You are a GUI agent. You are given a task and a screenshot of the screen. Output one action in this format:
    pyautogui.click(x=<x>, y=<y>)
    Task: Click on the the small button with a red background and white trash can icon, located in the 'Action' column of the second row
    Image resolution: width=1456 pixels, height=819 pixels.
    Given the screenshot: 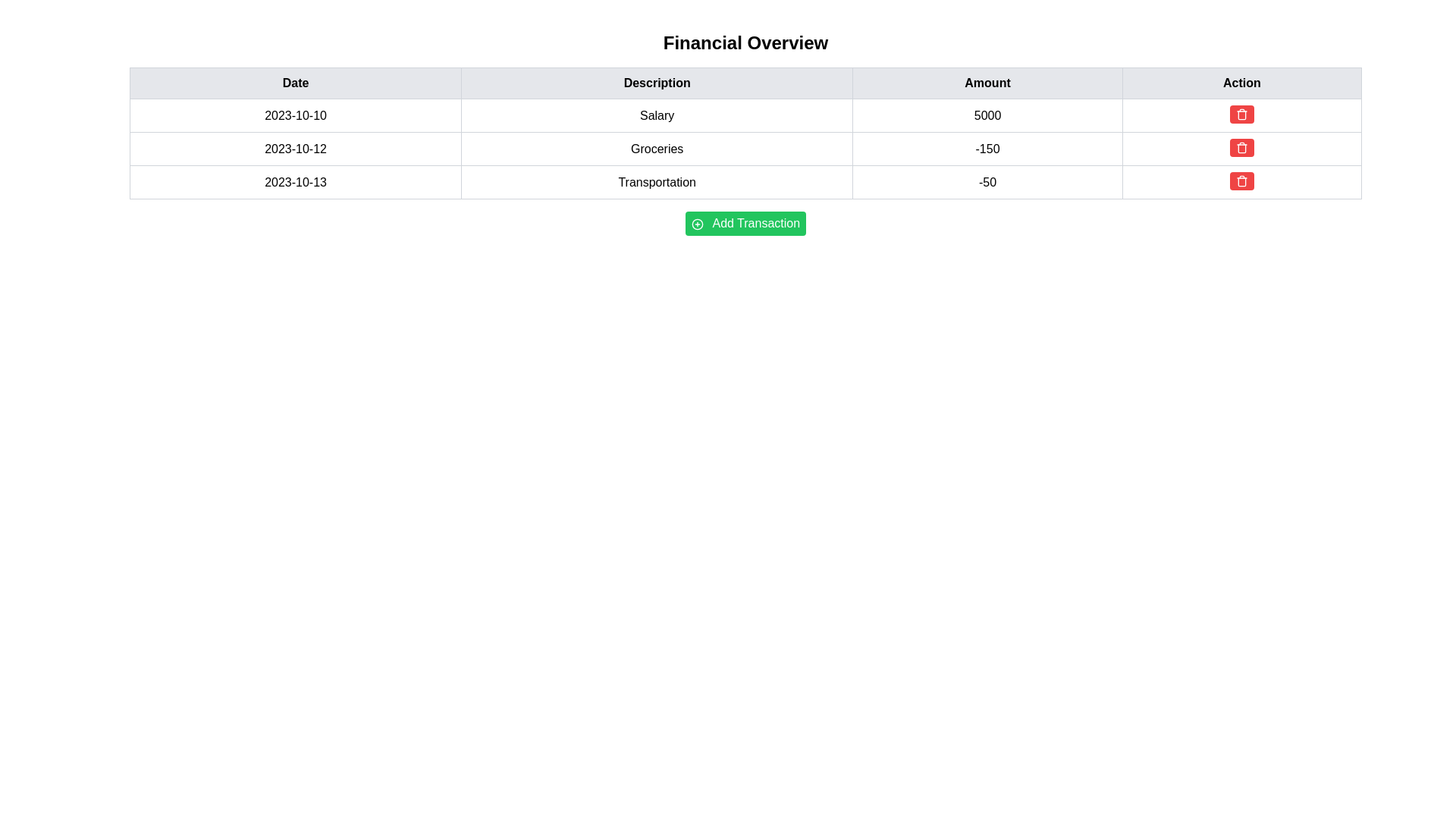 What is the action you would take?
    pyautogui.click(x=1241, y=148)
    